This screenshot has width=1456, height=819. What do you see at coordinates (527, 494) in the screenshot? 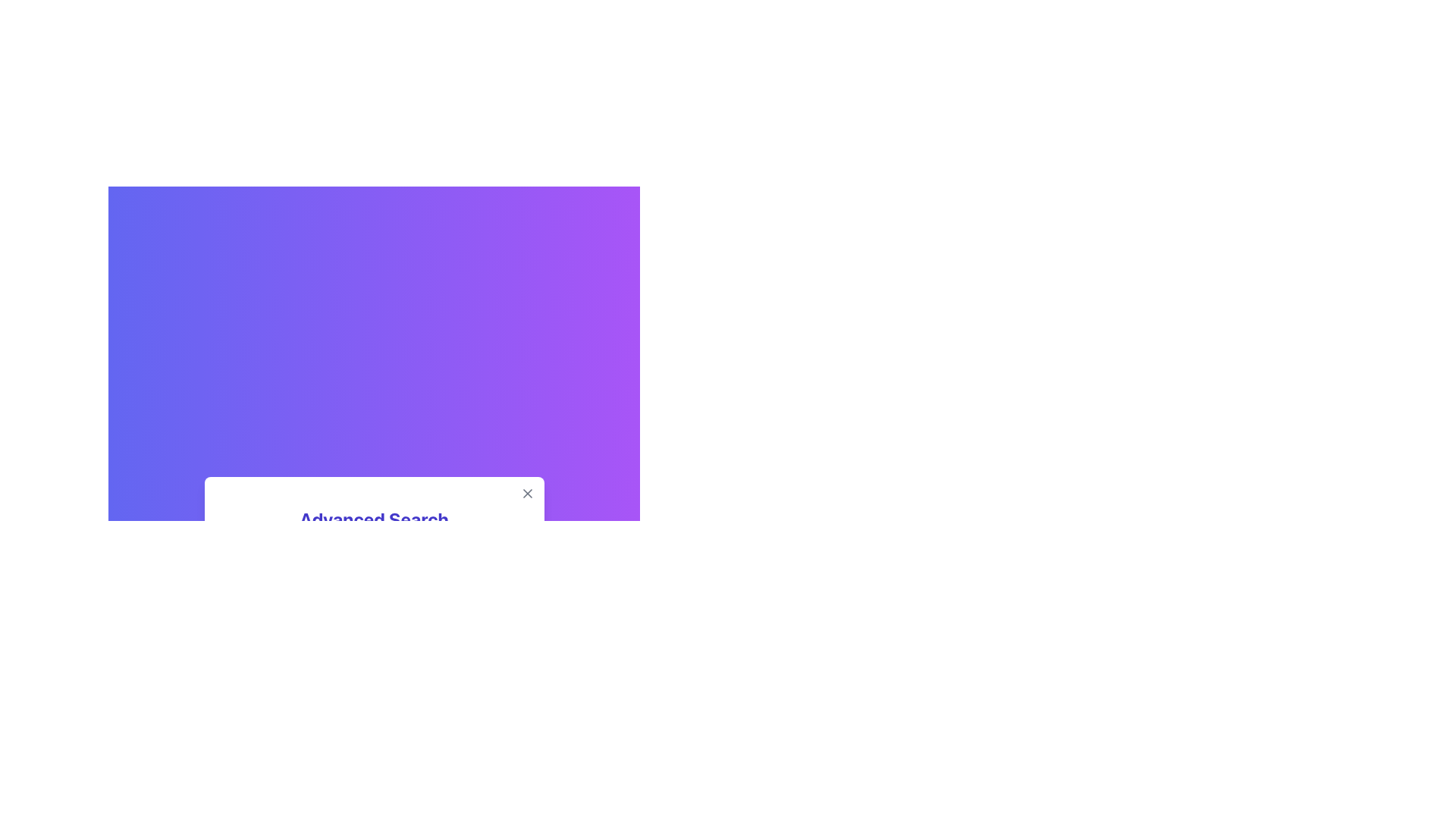
I see `the close button located at the top-right corner of the card interface, next to the 'Advanced Search' title` at bounding box center [527, 494].